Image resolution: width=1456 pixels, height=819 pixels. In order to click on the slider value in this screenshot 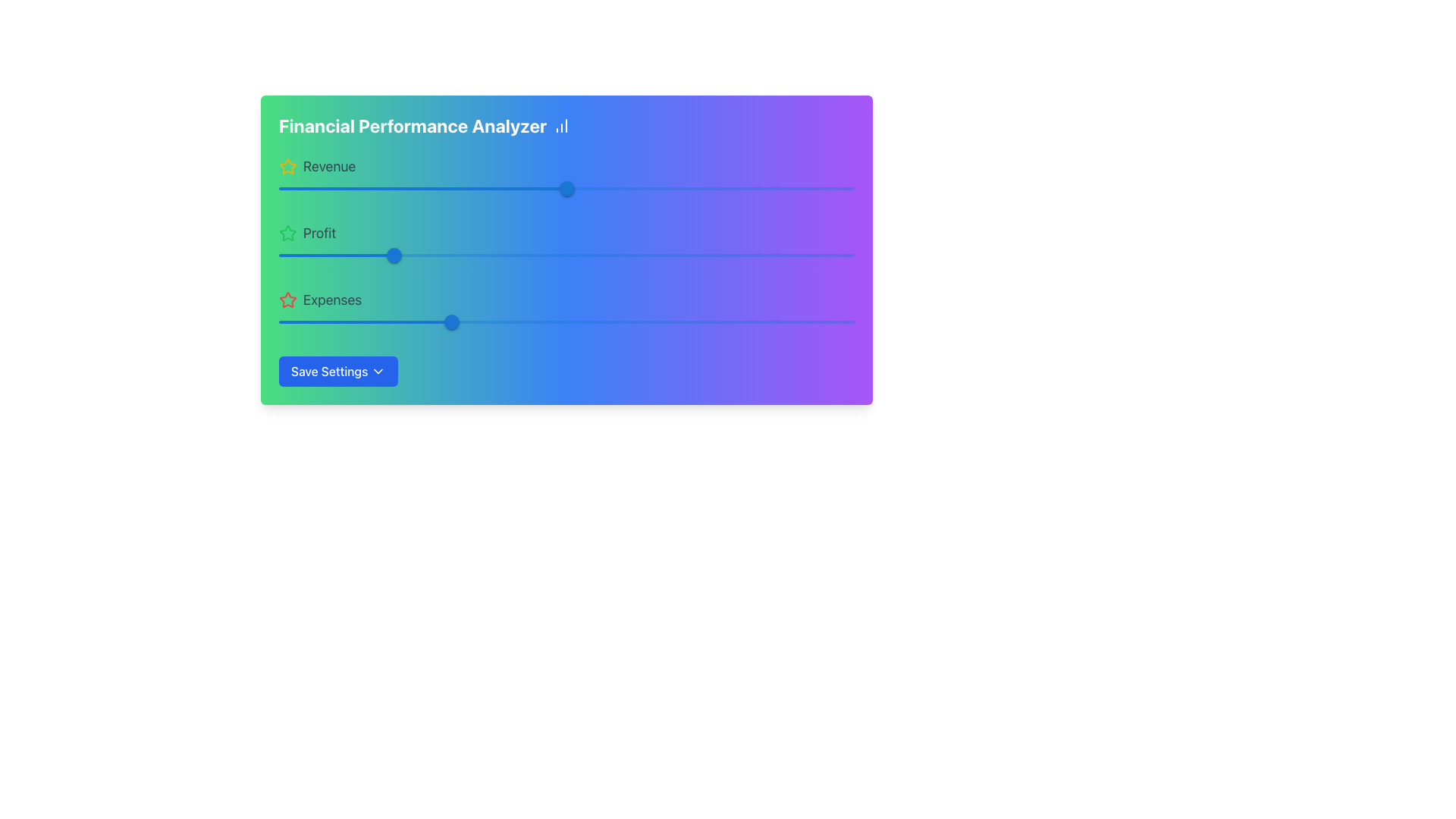, I will do `click(345, 321)`.